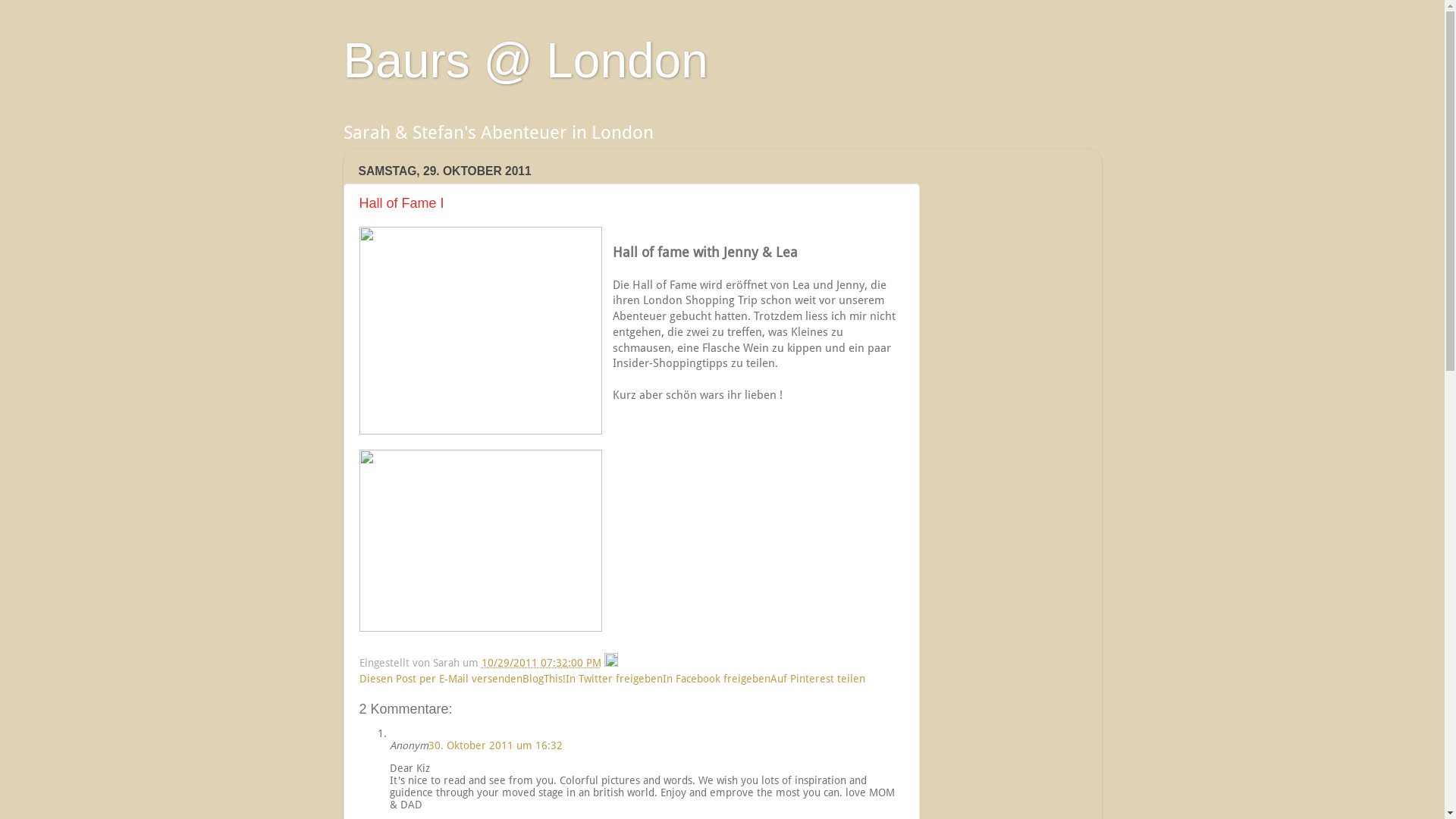 This screenshot has height=819, width=1456. What do you see at coordinates (427, 745) in the screenshot?
I see `'30. Oktober 2011 um 16:32'` at bounding box center [427, 745].